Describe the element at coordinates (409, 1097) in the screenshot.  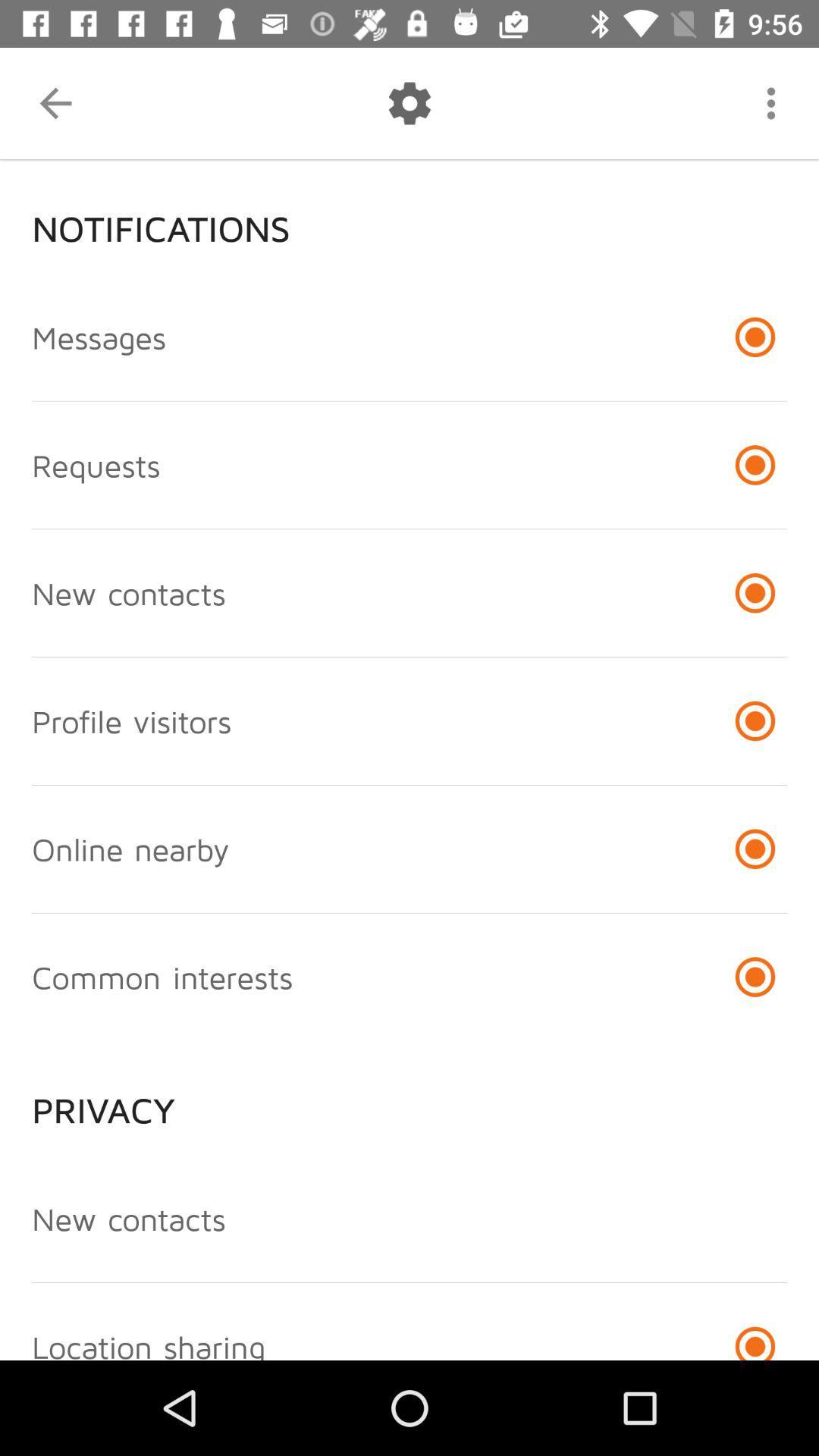
I see `the privacy` at that location.